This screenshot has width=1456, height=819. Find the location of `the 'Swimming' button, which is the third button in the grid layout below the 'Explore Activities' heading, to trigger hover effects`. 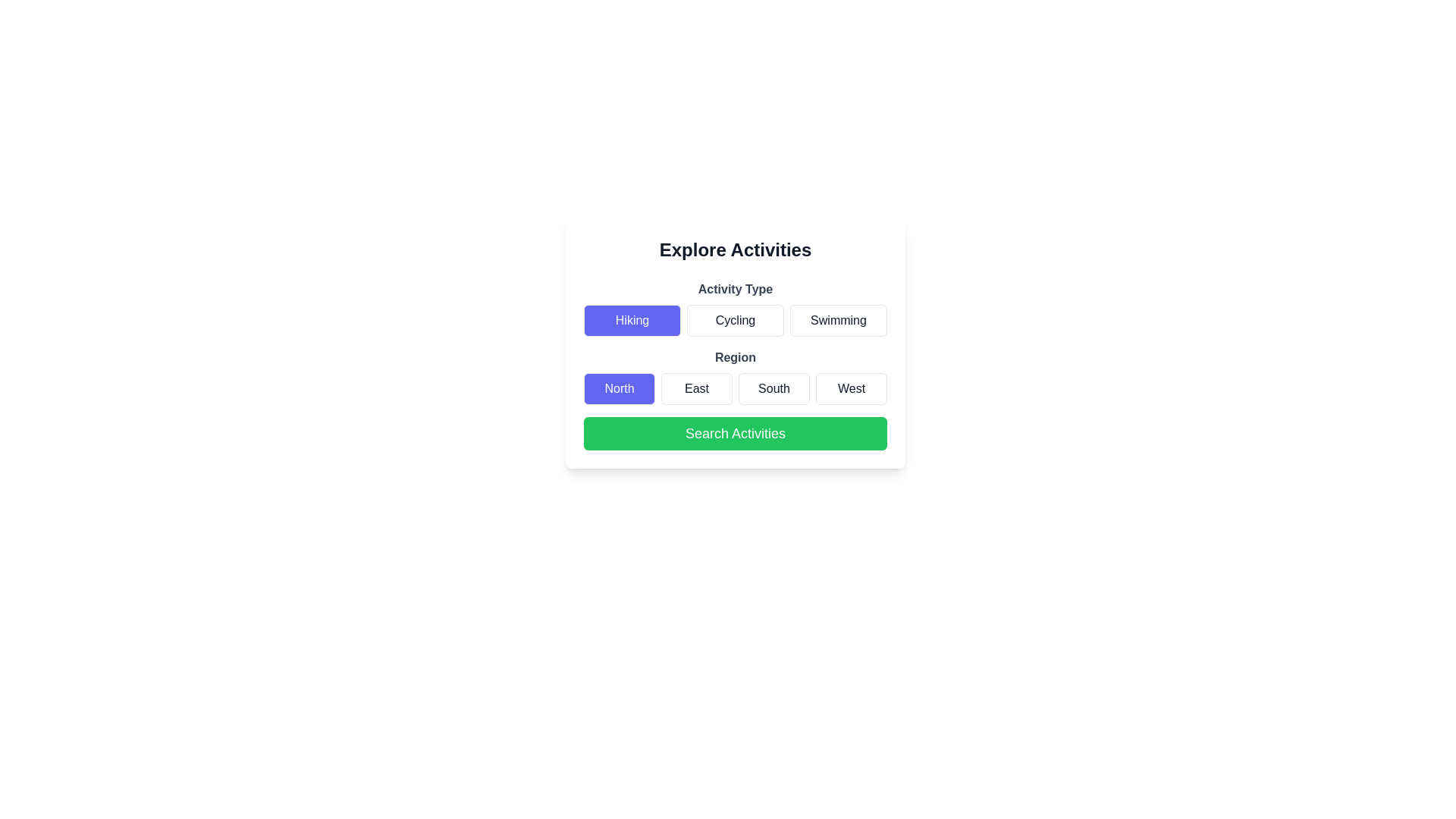

the 'Swimming' button, which is the third button in the grid layout below the 'Explore Activities' heading, to trigger hover effects is located at coordinates (837, 320).